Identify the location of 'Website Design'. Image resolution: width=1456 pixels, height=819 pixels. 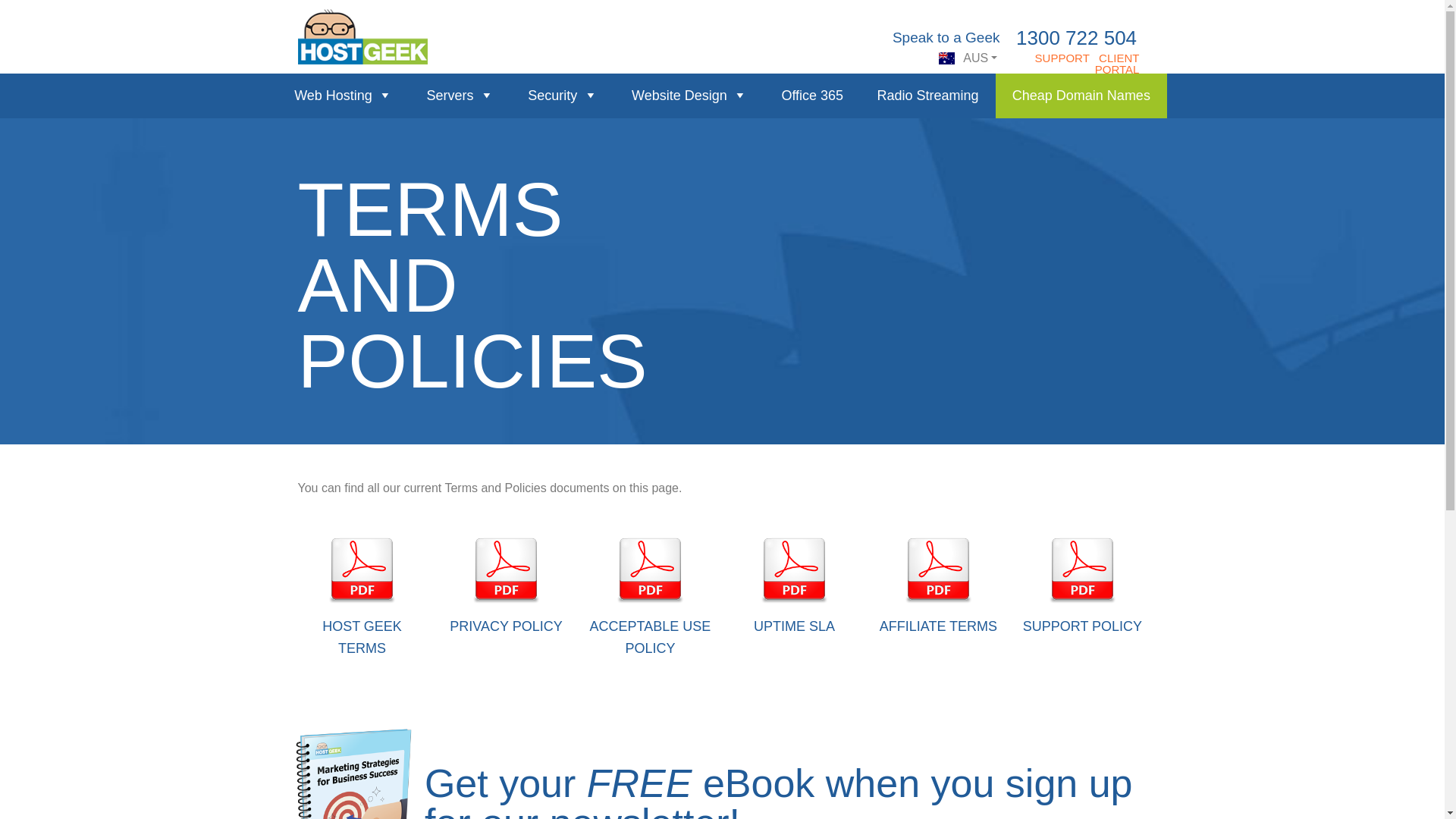
(615, 96).